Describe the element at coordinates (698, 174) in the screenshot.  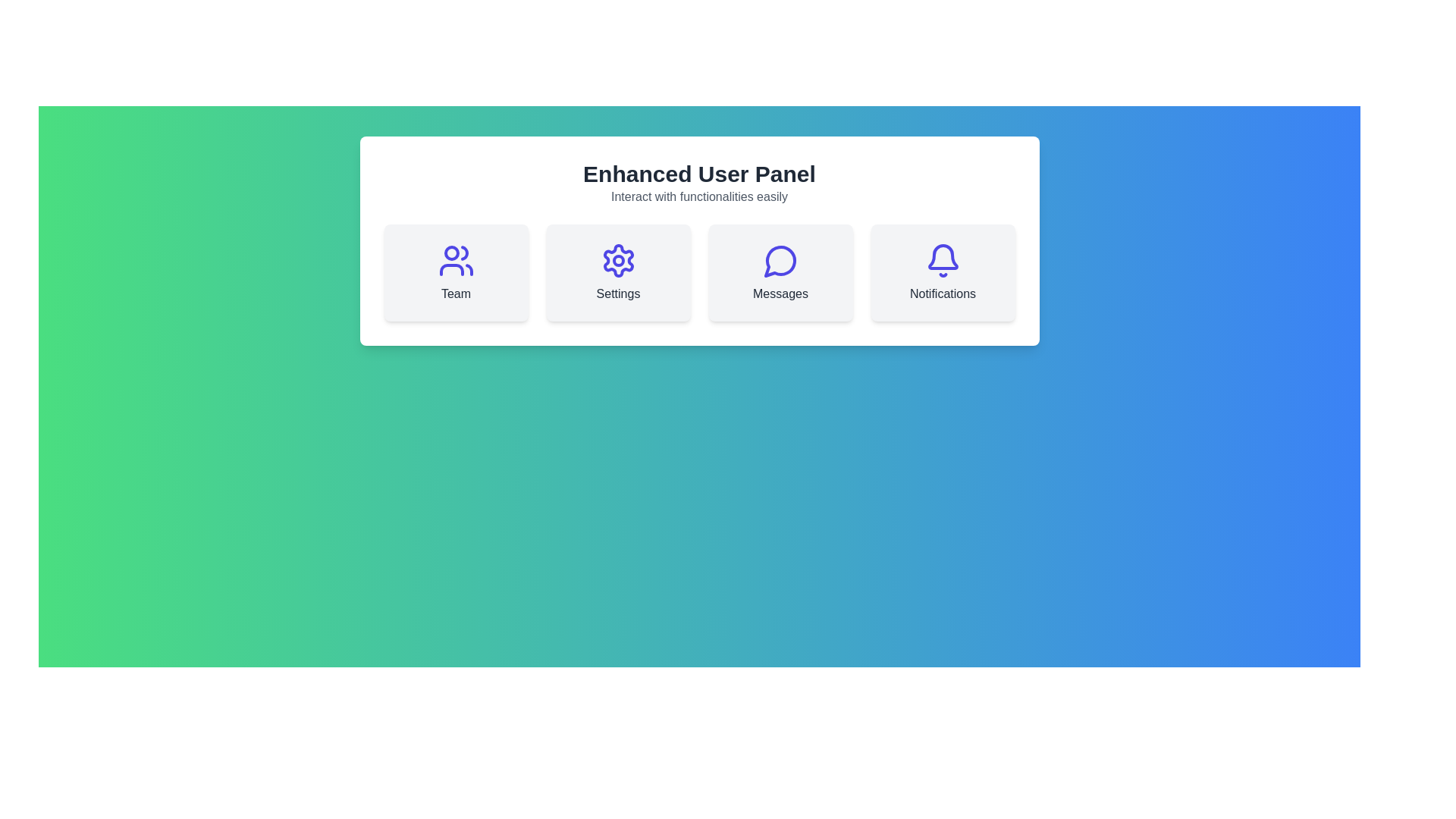
I see `the header text element that serves as a title for the panel to copy it` at that location.